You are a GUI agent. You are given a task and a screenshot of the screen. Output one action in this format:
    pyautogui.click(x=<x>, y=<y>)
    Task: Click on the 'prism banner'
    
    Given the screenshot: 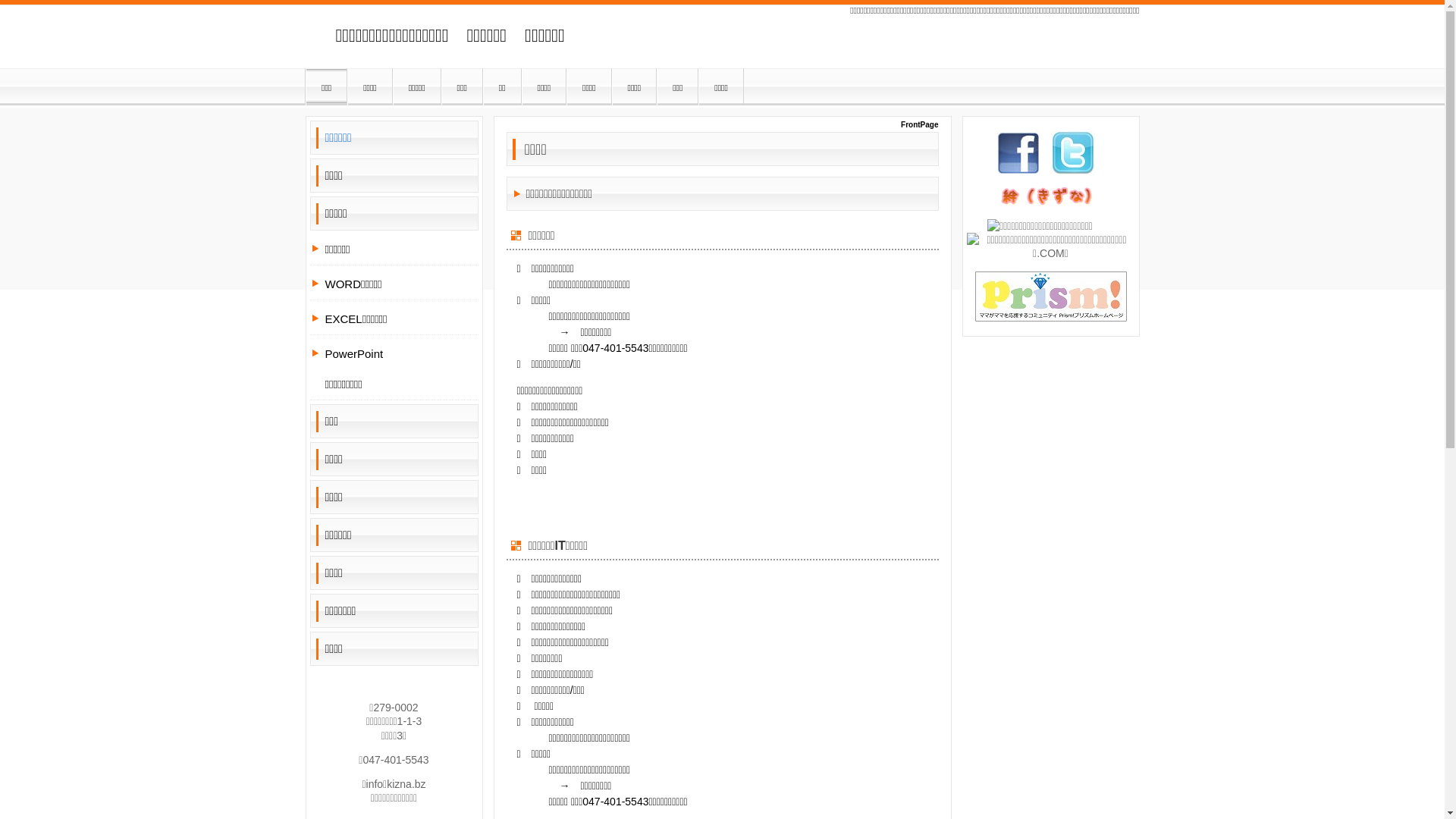 What is the action you would take?
    pyautogui.click(x=975, y=296)
    